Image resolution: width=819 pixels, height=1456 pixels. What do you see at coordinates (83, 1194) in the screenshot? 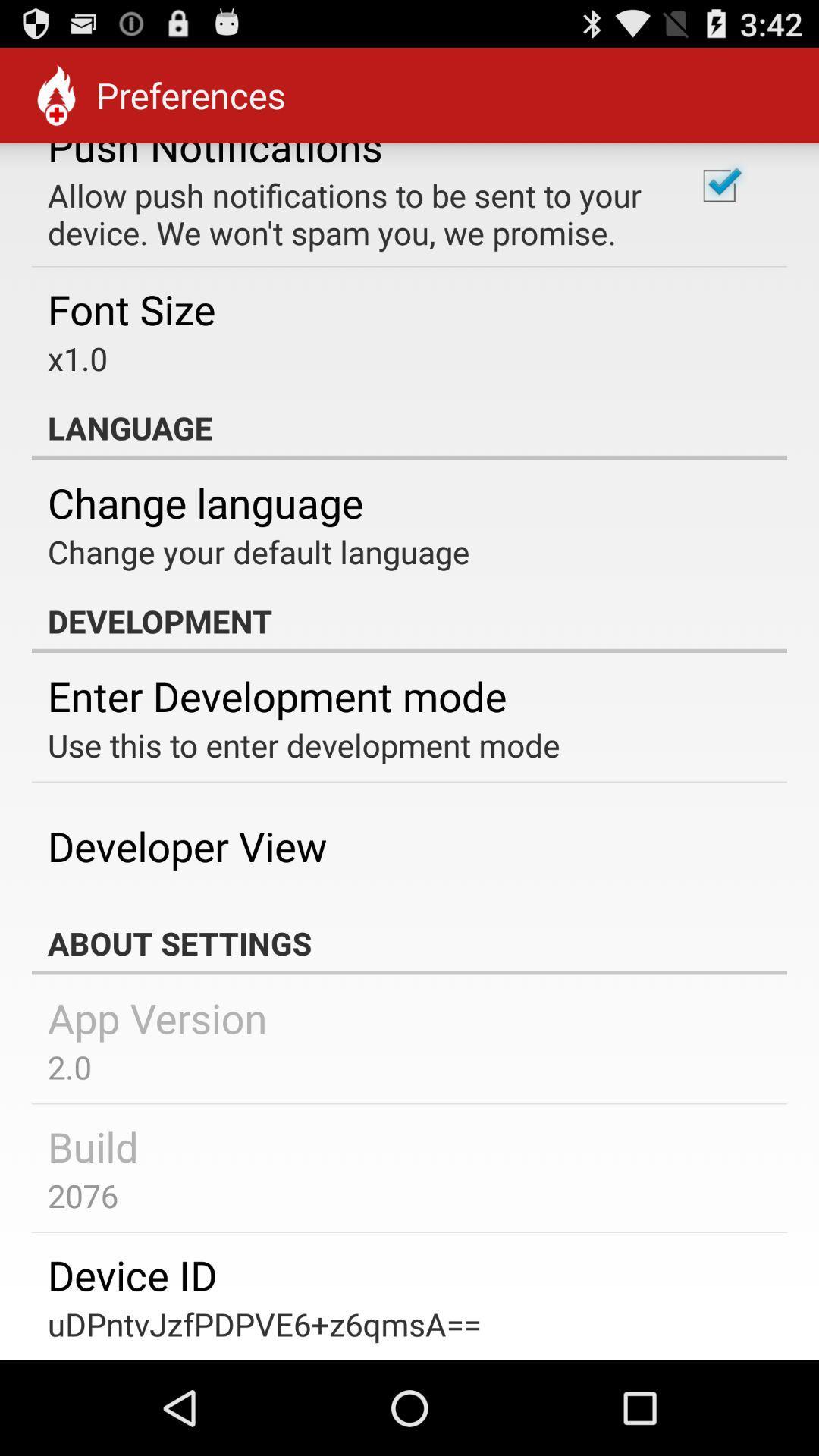
I see `app below the build` at bounding box center [83, 1194].